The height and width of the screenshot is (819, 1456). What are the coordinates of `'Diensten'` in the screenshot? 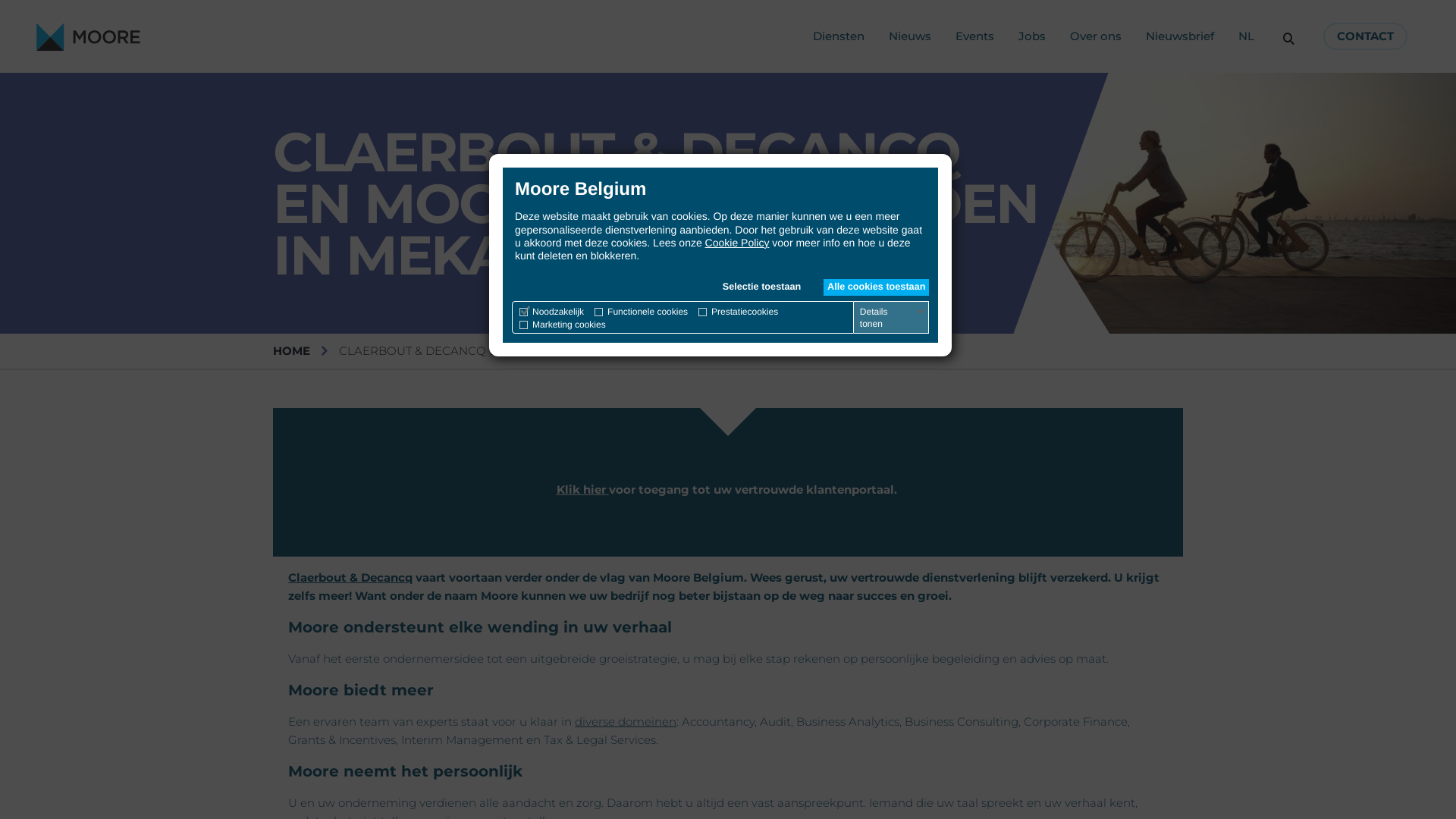 It's located at (837, 35).